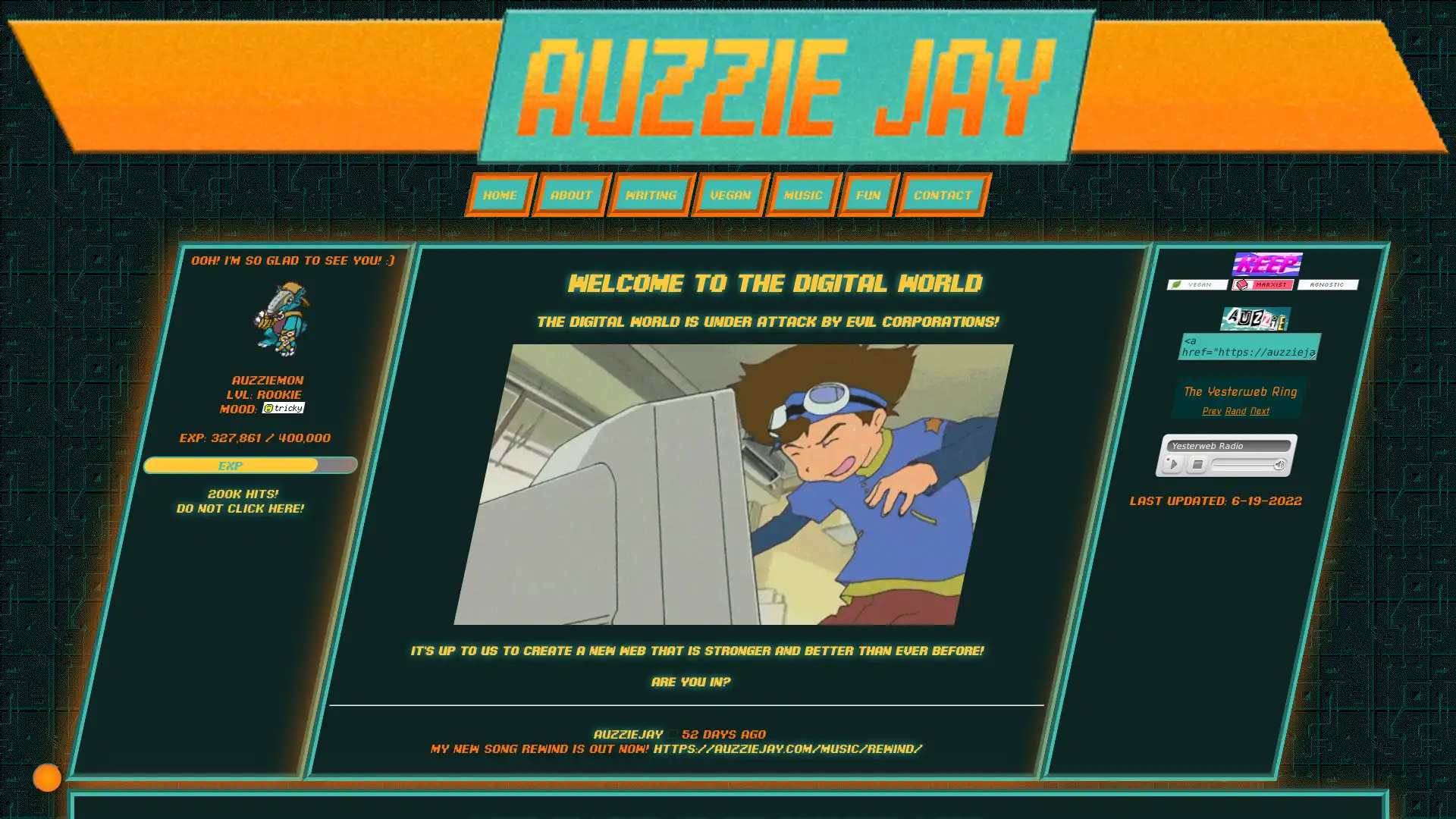  I want to click on FUN, so click(868, 193).